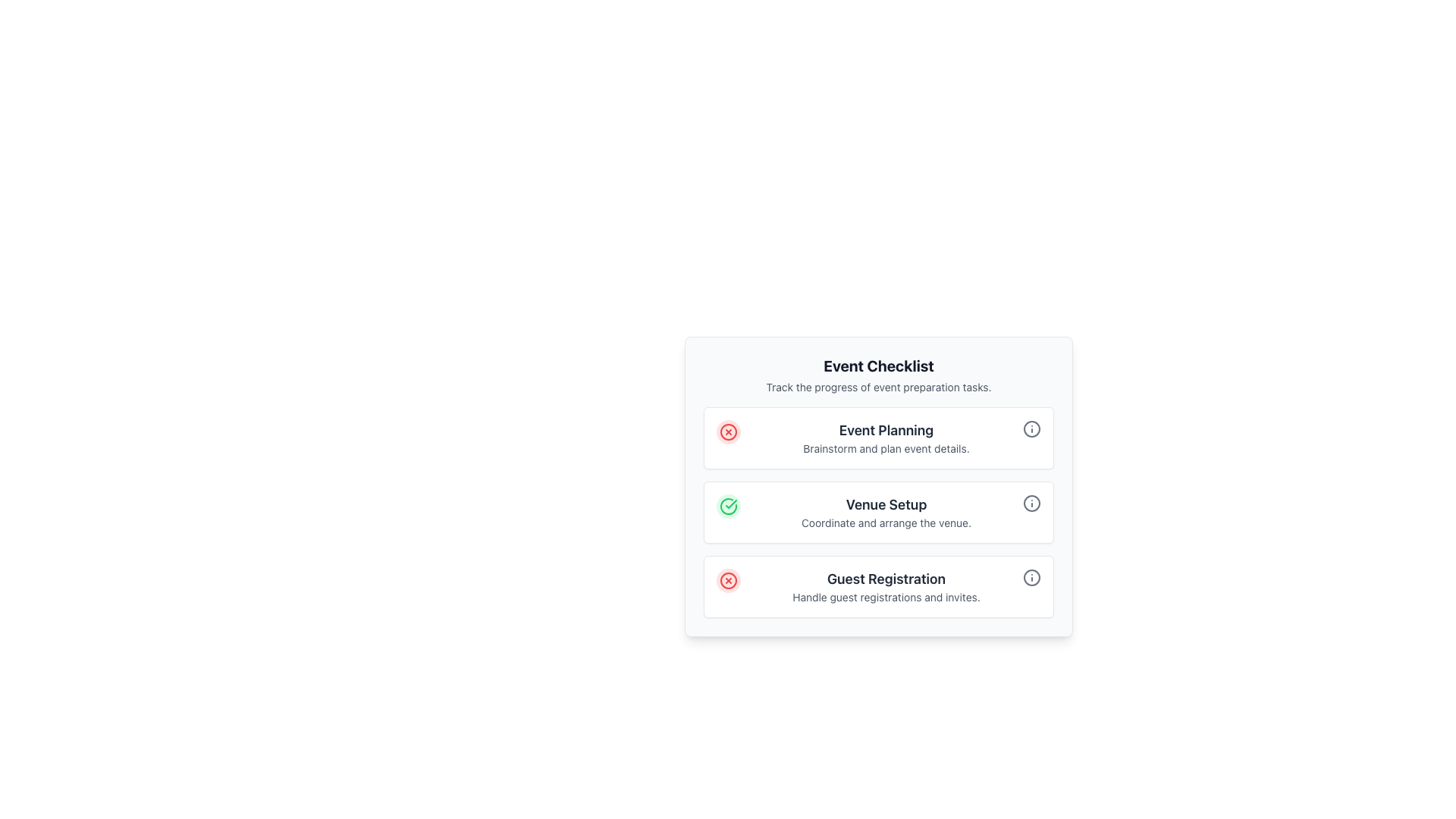 Image resolution: width=1456 pixels, height=819 pixels. Describe the element at coordinates (728, 506) in the screenshot. I see `the circular status icon with a green background and a checkmark, located to the left of the 'Venue Setup' text in the checklist, to trigger additional information or highlight` at that location.